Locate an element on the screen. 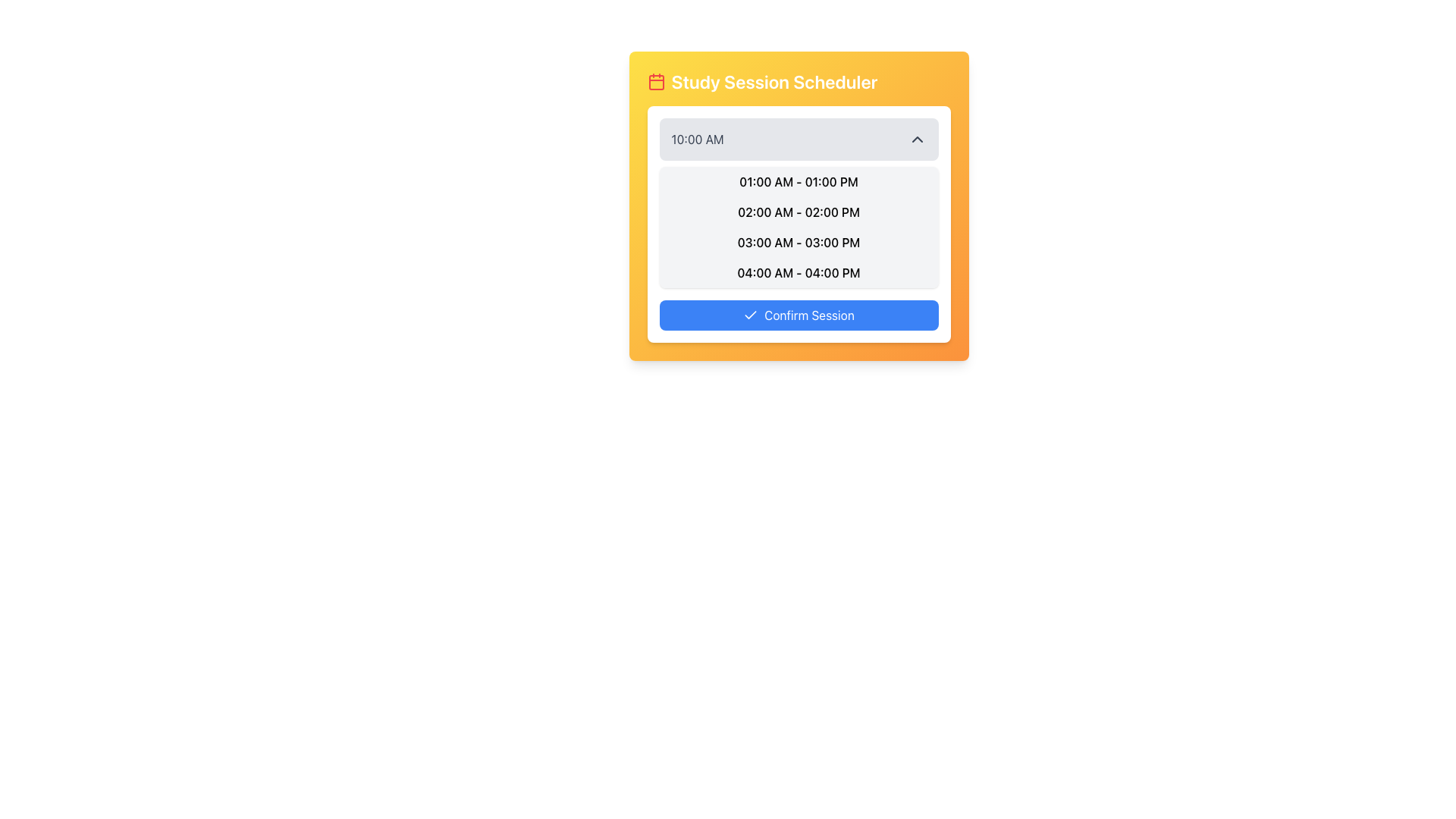 This screenshot has height=819, width=1456. the small red rectangular shape with rounded corners that serves as the background for the calendar icon in the 'Study Session Scheduler' panel is located at coordinates (656, 82).